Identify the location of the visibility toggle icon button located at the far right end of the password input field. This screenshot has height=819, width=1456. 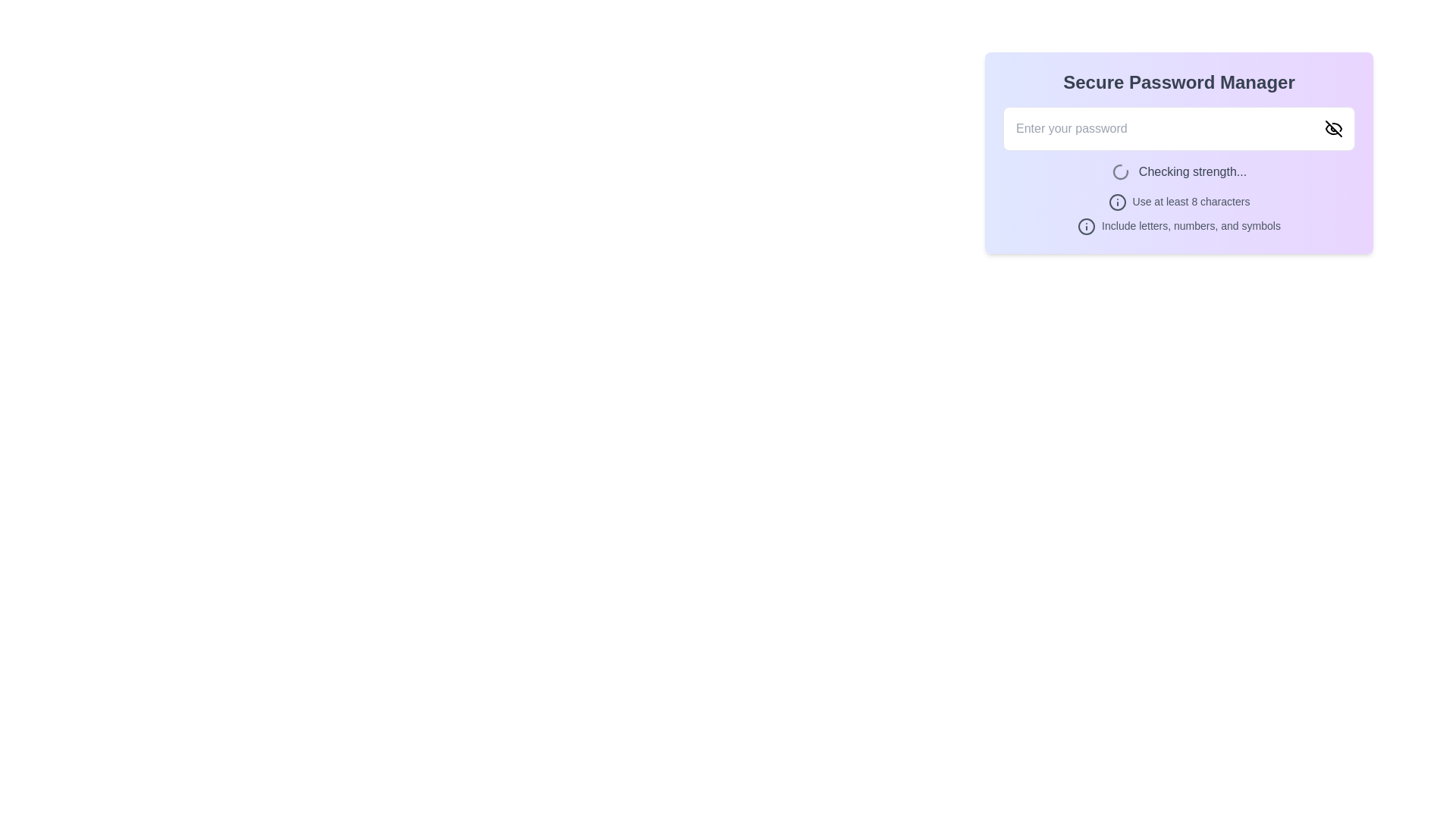
(1332, 127).